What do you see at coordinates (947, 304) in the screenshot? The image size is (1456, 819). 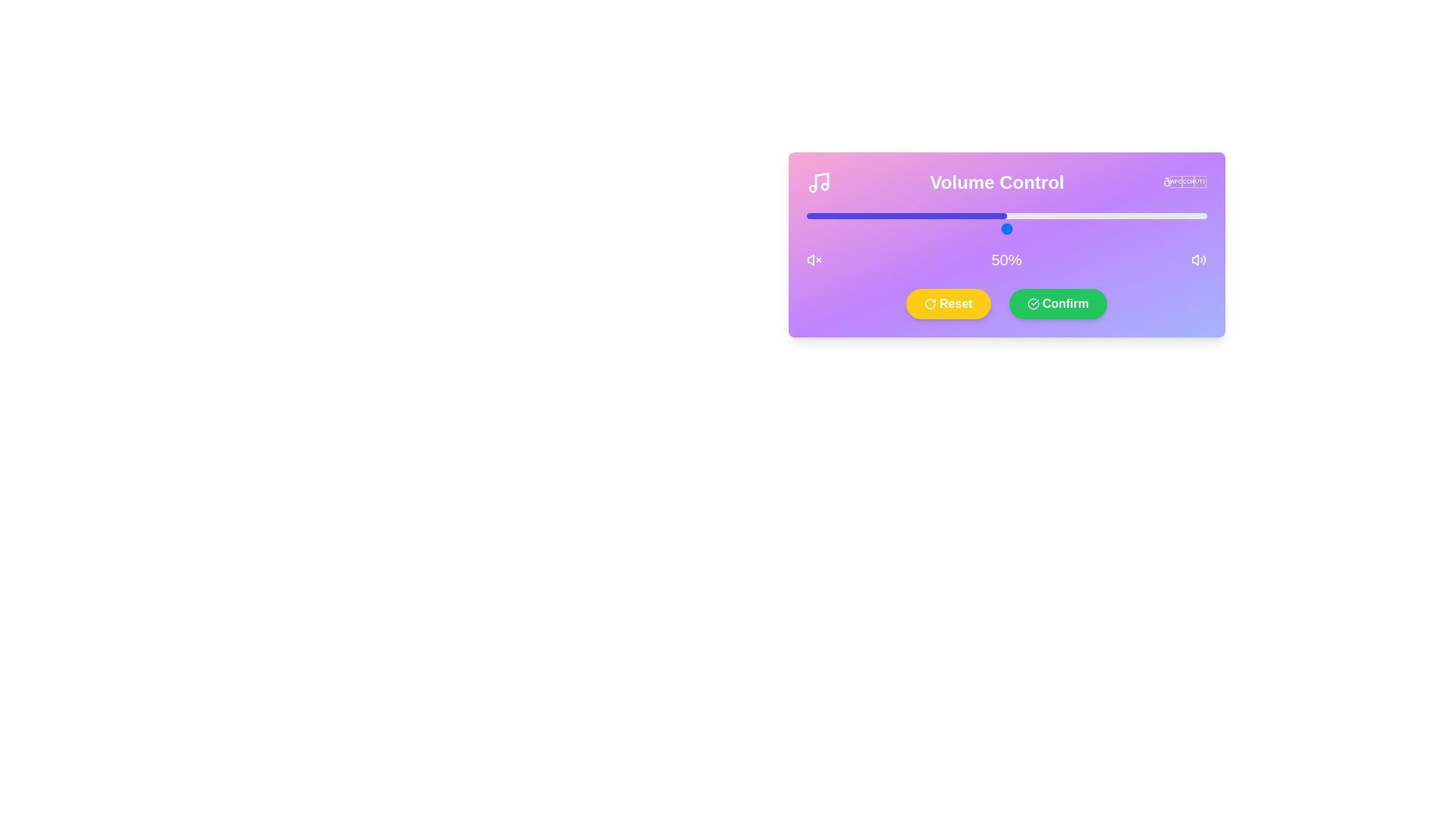 I see `the left button in the volume control interface` at bounding box center [947, 304].